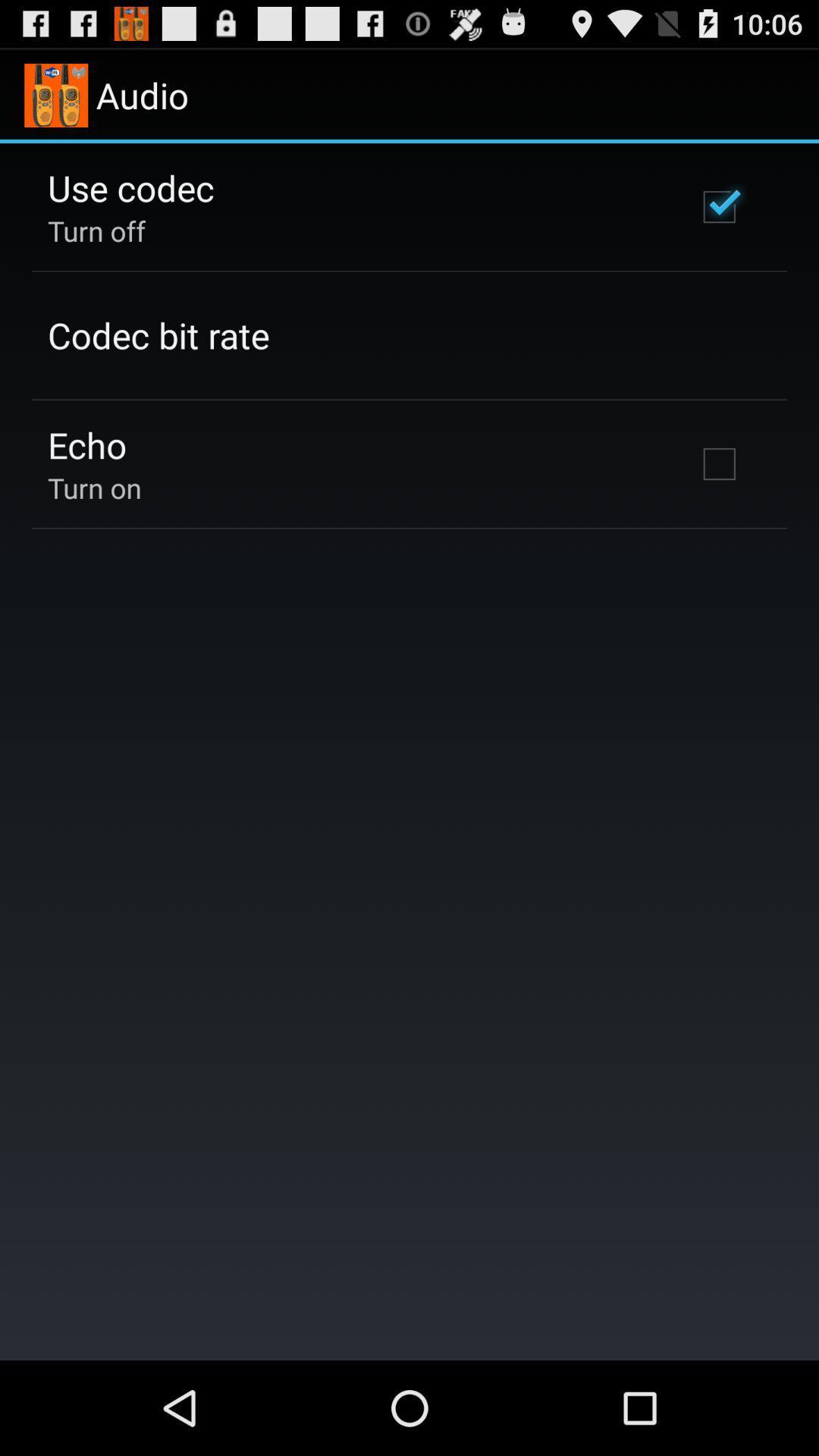 Image resolution: width=819 pixels, height=1456 pixels. Describe the element at coordinates (94, 488) in the screenshot. I see `the turn on icon` at that location.